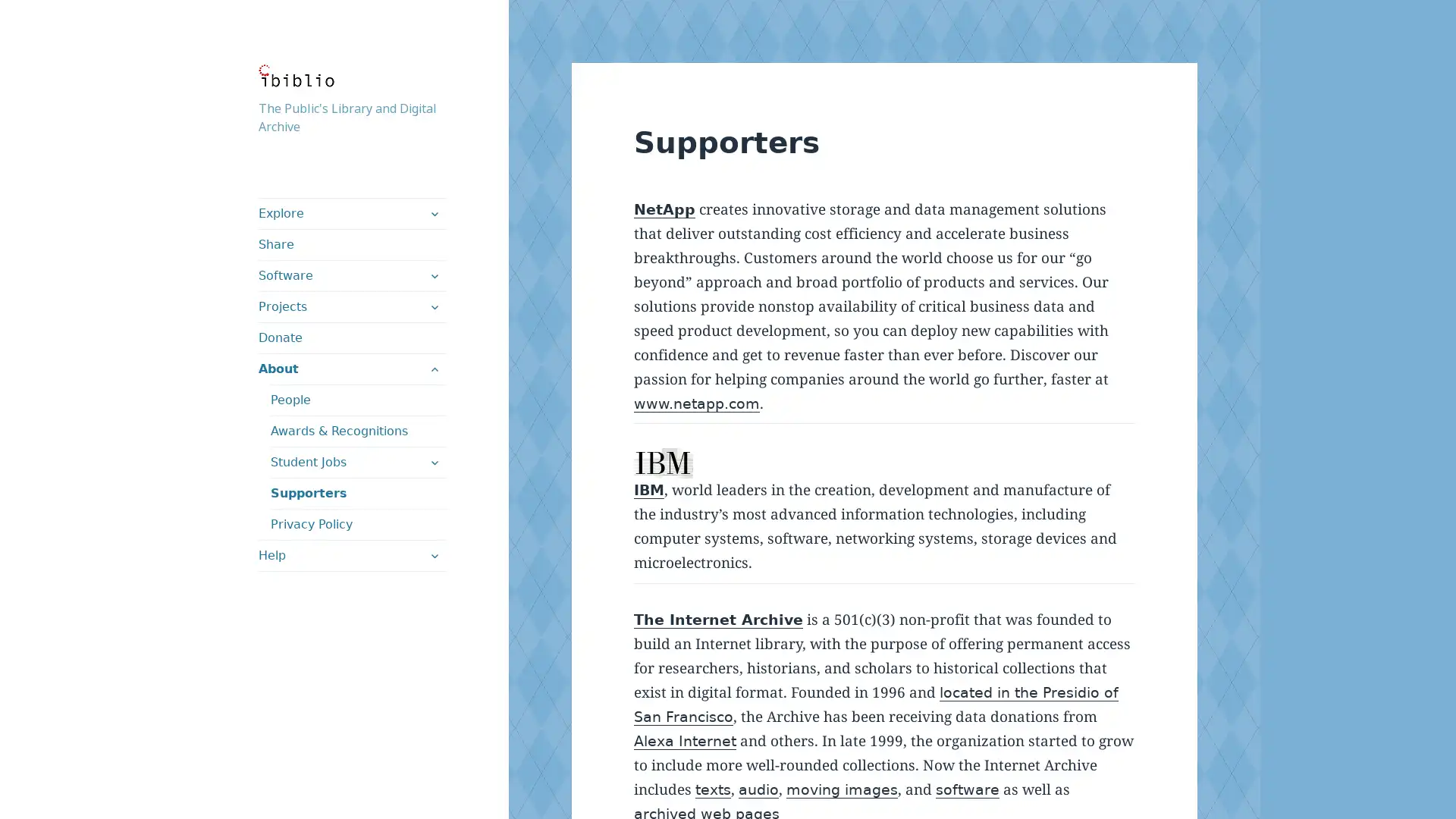 This screenshot has width=1456, height=819. What do you see at coordinates (432, 307) in the screenshot?
I see `expand child menu` at bounding box center [432, 307].